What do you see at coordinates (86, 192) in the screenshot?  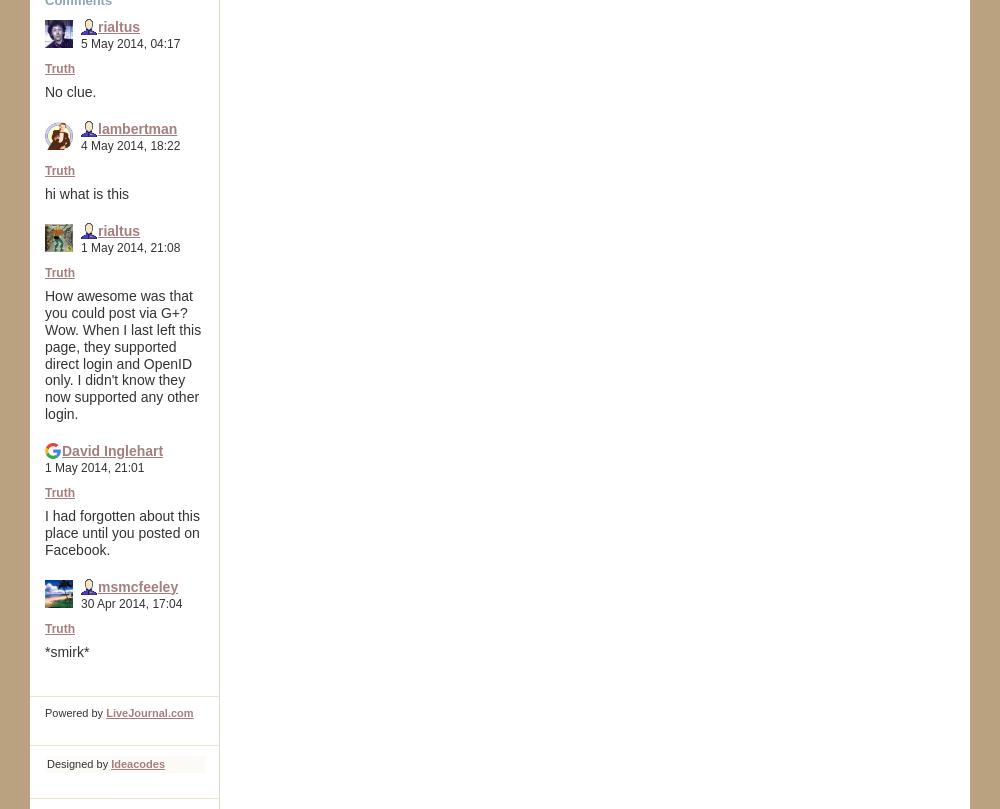 I see `'hi what is this'` at bounding box center [86, 192].